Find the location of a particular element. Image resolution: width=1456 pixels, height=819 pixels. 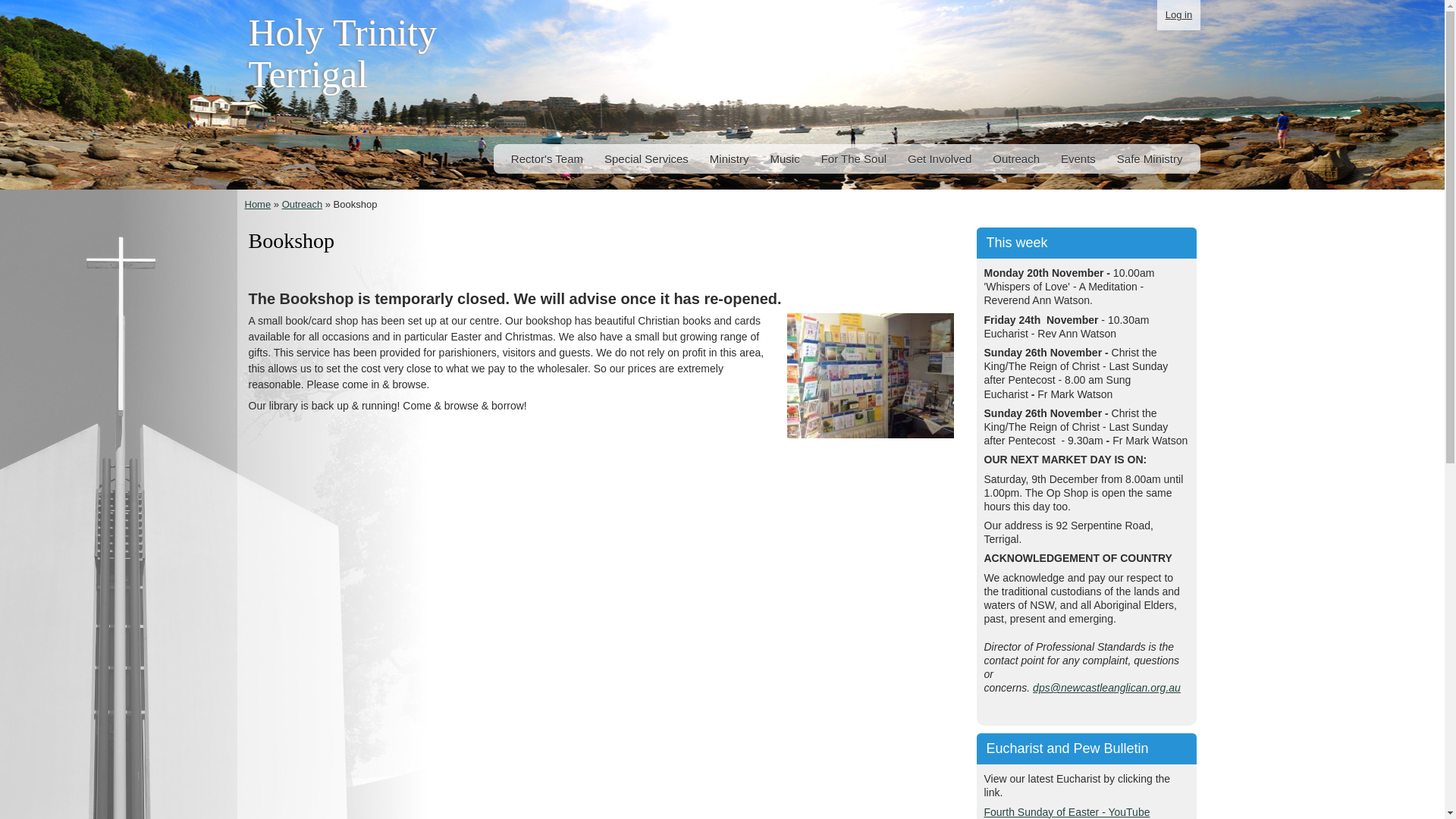

'Fourth Sunday of Easter - YouTube' is located at coordinates (984, 810).